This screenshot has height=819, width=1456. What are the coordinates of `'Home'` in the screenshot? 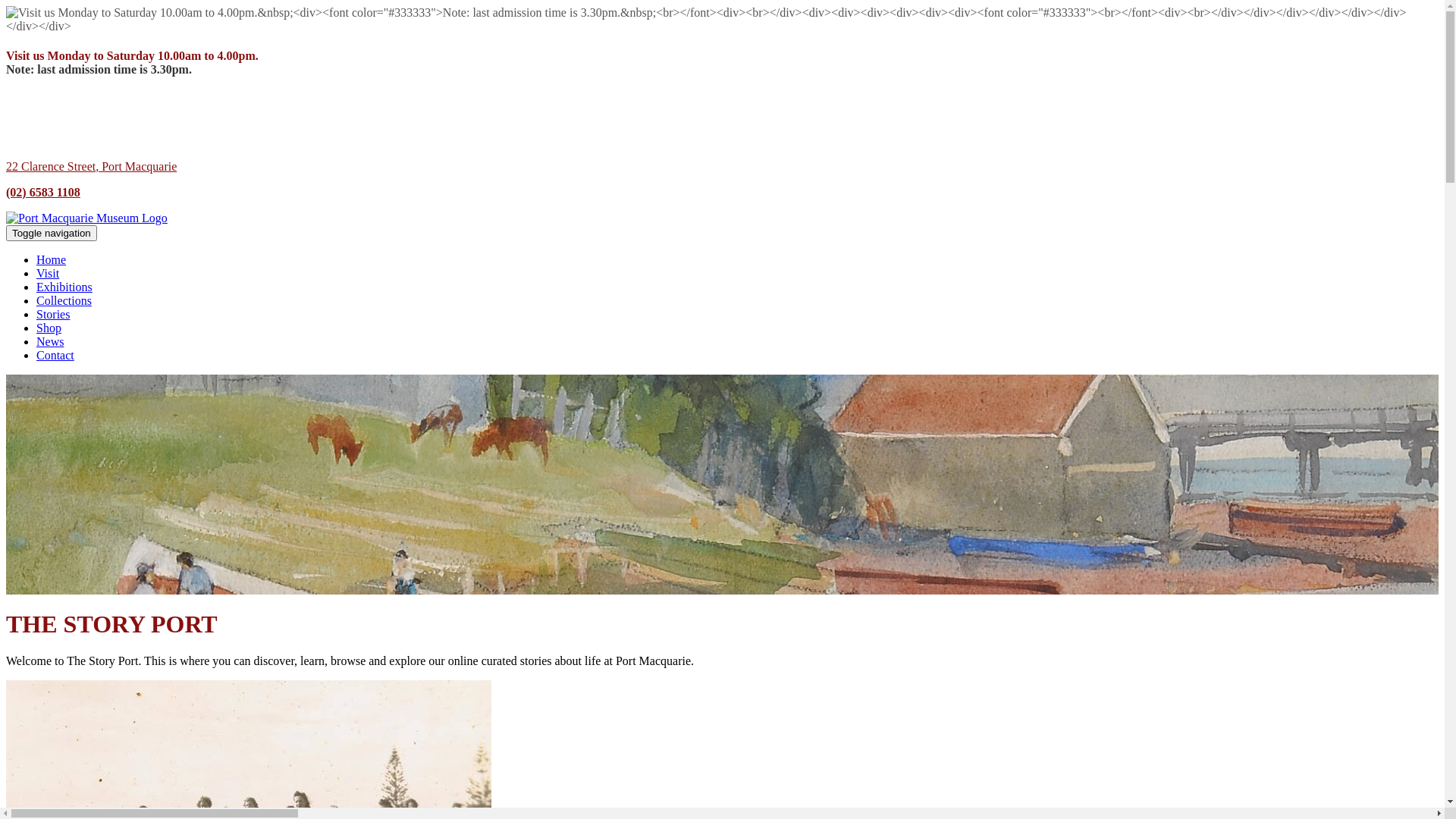 It's located at (51, 259).